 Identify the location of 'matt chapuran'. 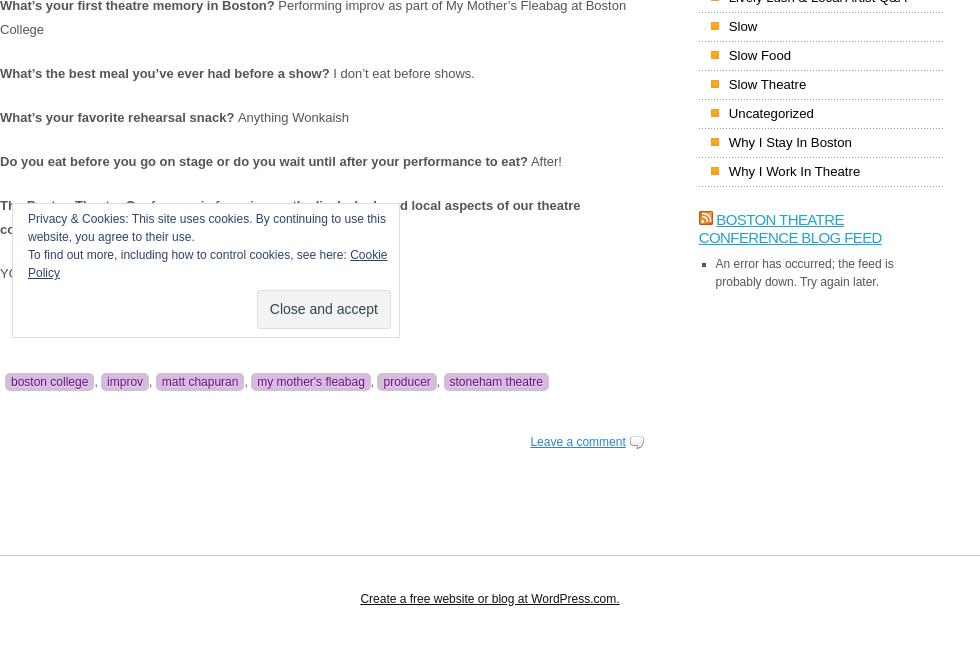
(199, 382).